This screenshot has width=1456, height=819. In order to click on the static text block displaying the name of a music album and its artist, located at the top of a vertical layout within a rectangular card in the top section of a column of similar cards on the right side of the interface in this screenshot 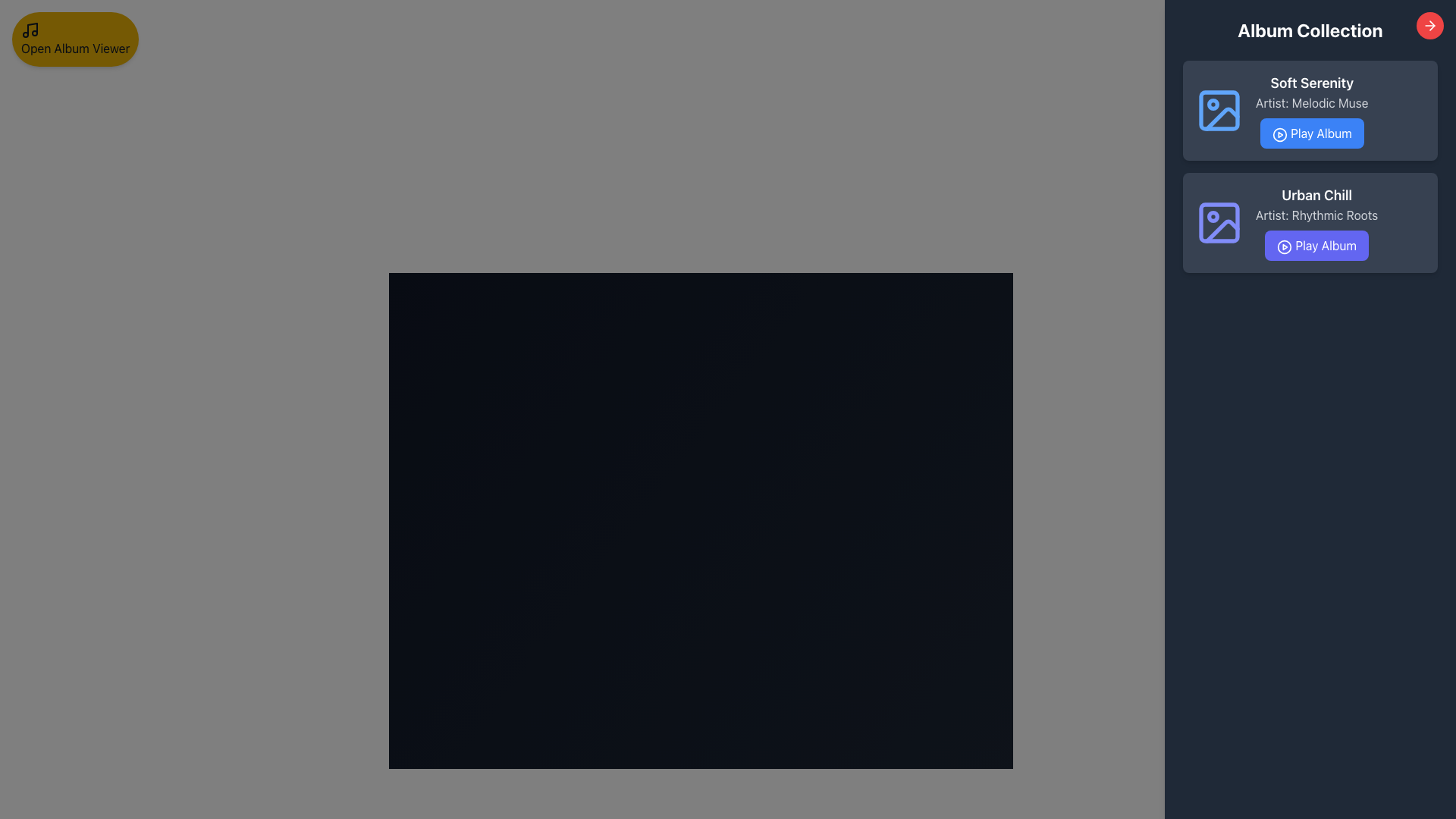, I will do `click(1311, 110)`.